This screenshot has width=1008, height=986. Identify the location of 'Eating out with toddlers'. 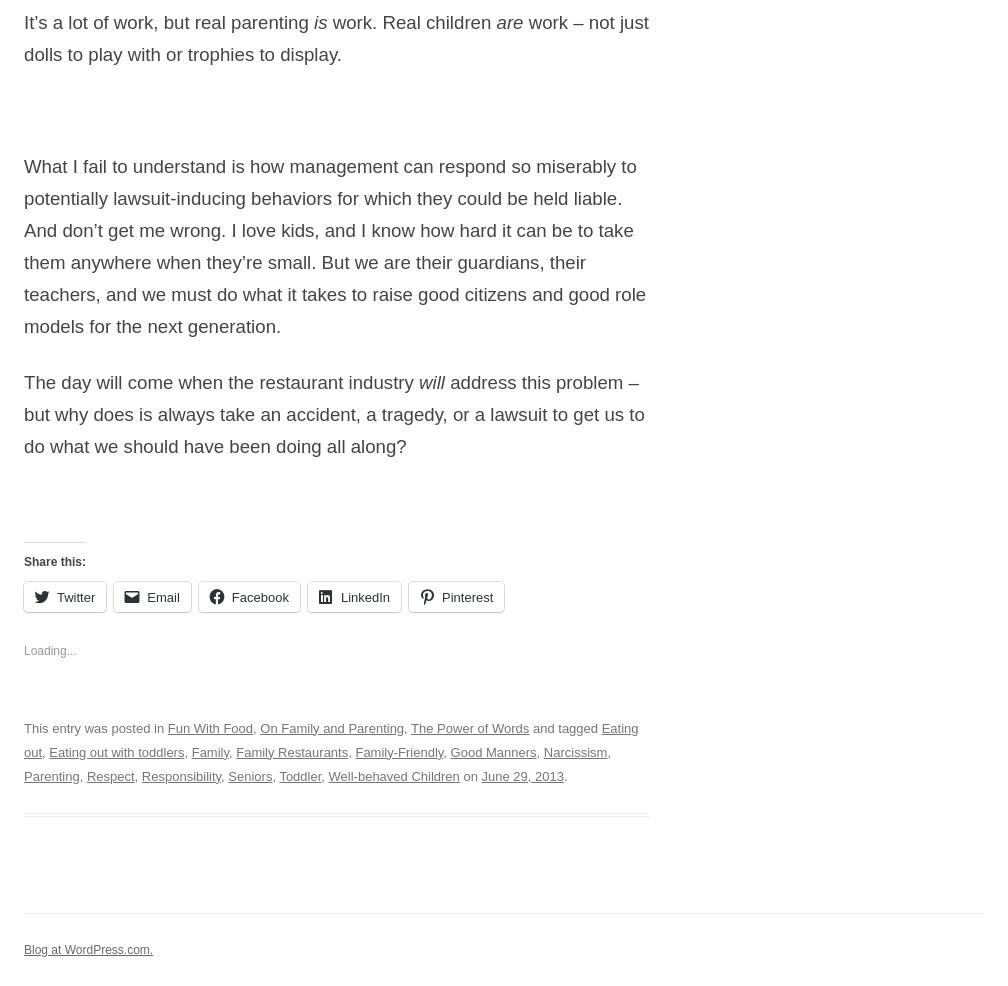
(116, 751).